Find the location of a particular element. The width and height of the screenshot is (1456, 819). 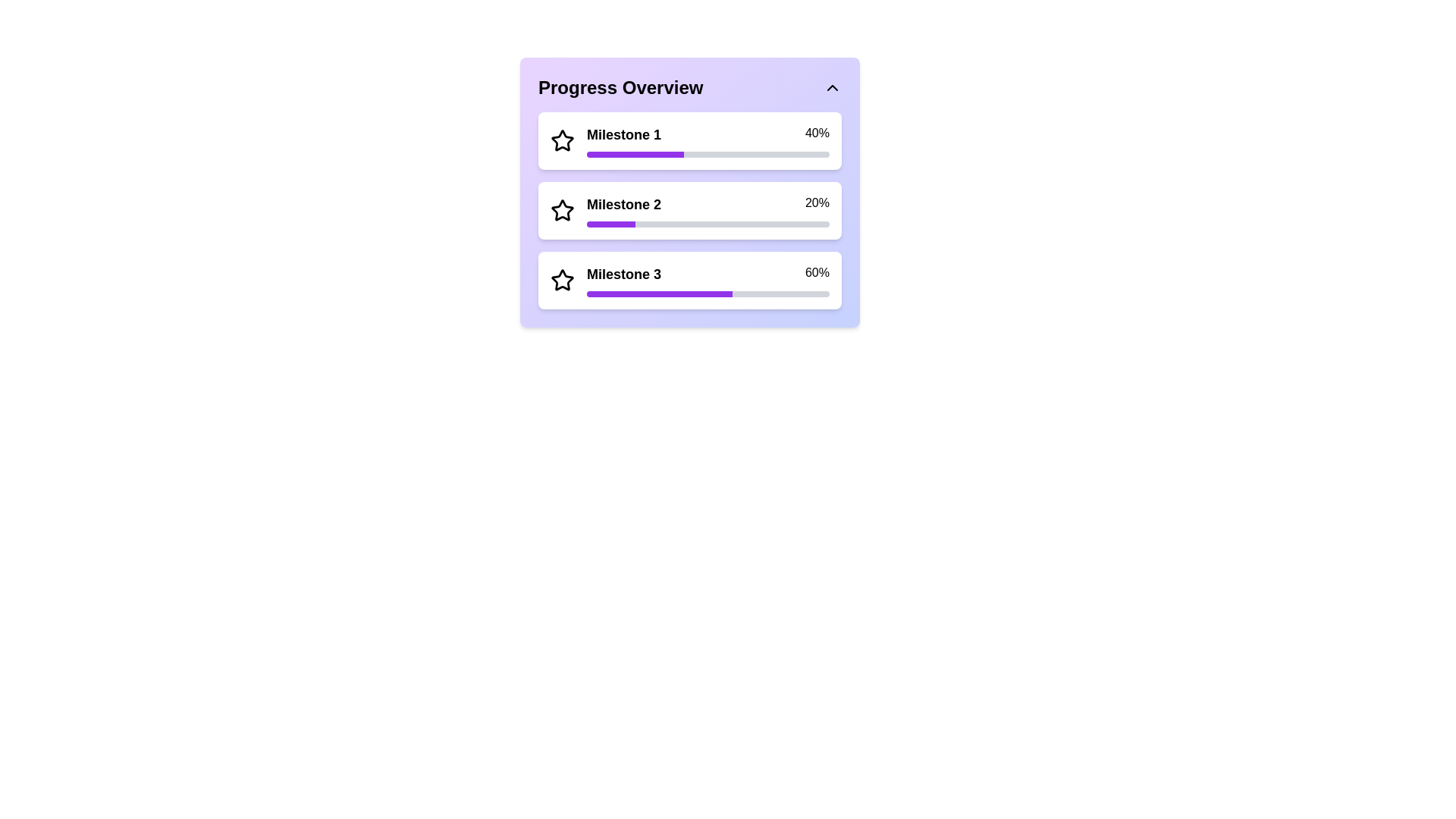

the visual progress bar representing 20% progress, located in the second row of the progress overview panel beneath the 'Milestone 2' heading is located at coordinates (611, 224).